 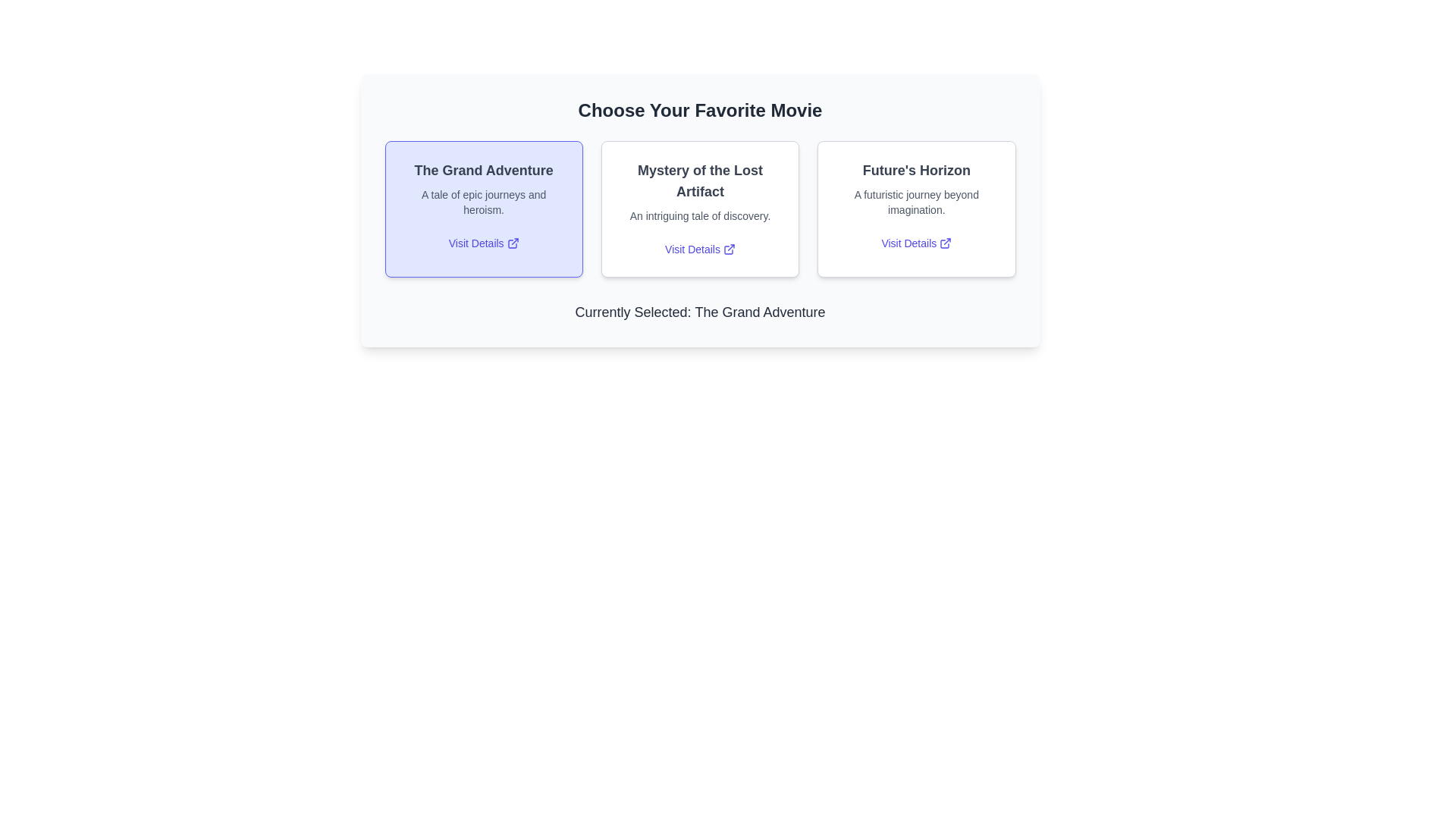 What do you see at coordinates (483, 201) in the screenshot?
I see `the text label displaying 'A tale of epic journeys and heroism.' located beneath the title 'The Grand Adventure.'` at bounding box center [483, 201].